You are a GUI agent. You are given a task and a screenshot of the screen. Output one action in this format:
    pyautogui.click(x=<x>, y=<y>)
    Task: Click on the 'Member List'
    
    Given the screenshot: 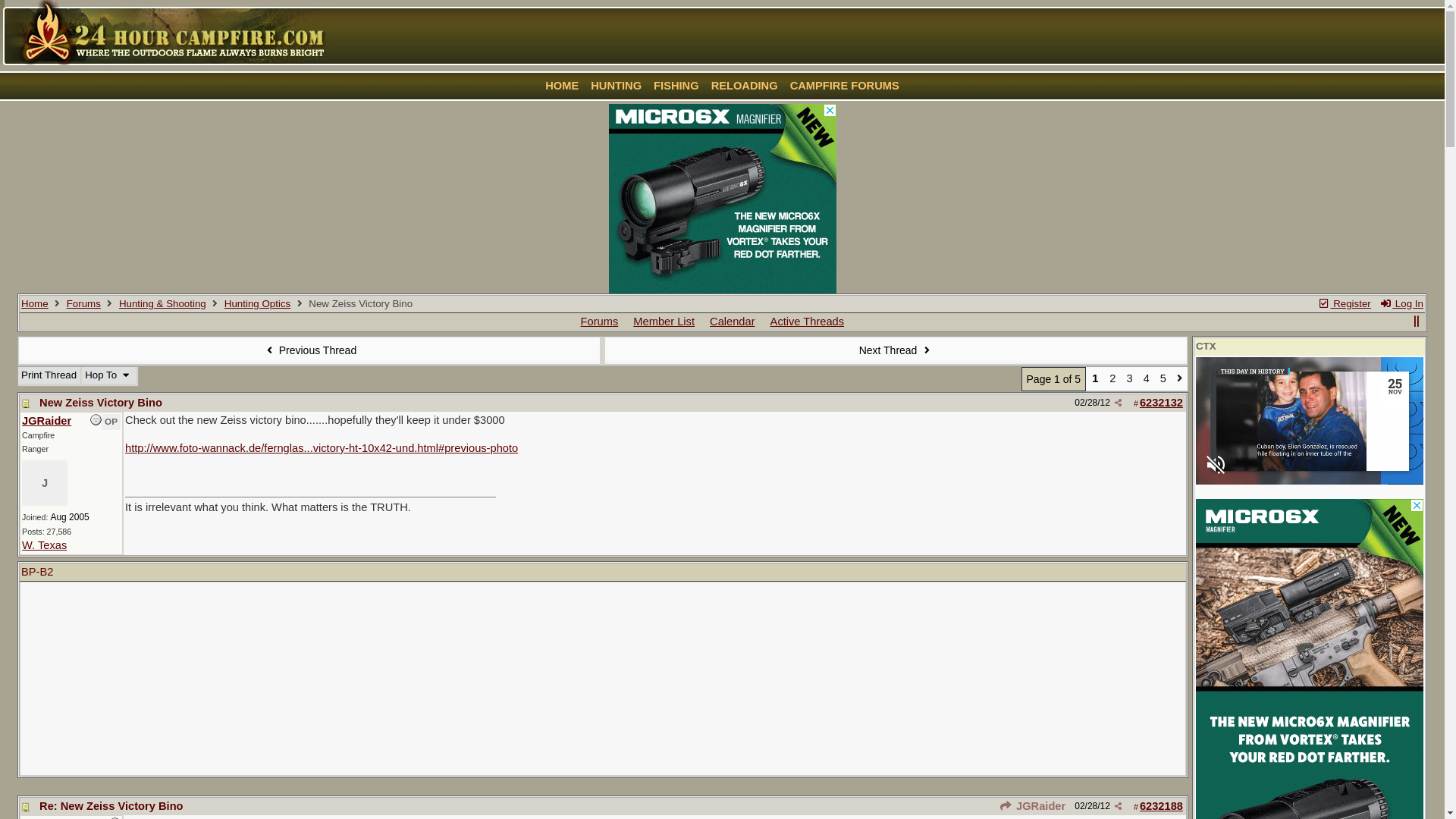 What is the action you would take?
    pyautogui.click(x=664, y=321)
    